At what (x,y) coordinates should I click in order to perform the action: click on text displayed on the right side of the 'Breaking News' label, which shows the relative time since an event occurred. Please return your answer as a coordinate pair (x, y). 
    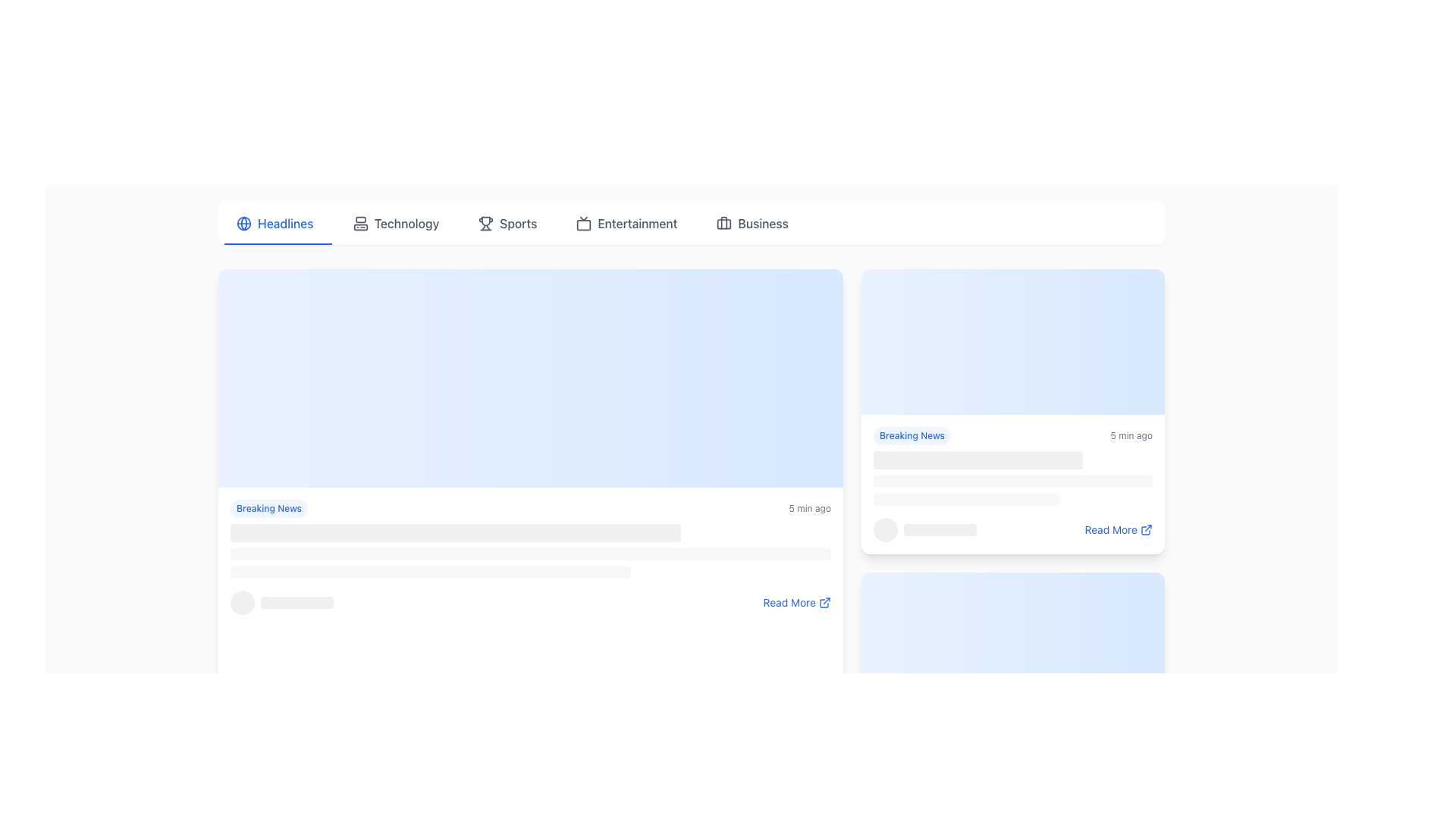
    Looking at the image, I should click on (809, 509).